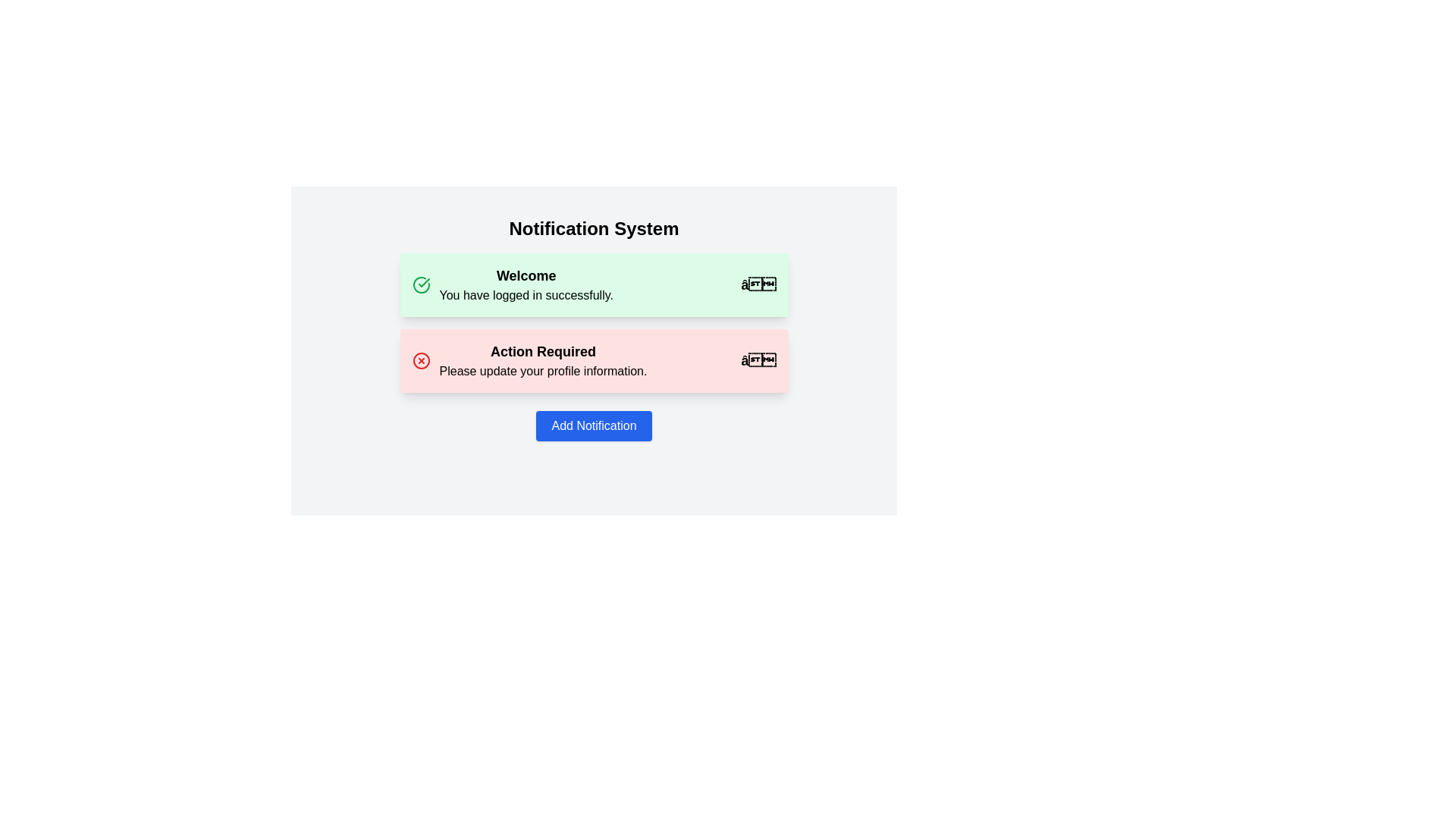 This screenshot has height=819, width=1456. Describe the element at coordinates (758, 360) in the screenshot. I see `the close button (×)` at that location.